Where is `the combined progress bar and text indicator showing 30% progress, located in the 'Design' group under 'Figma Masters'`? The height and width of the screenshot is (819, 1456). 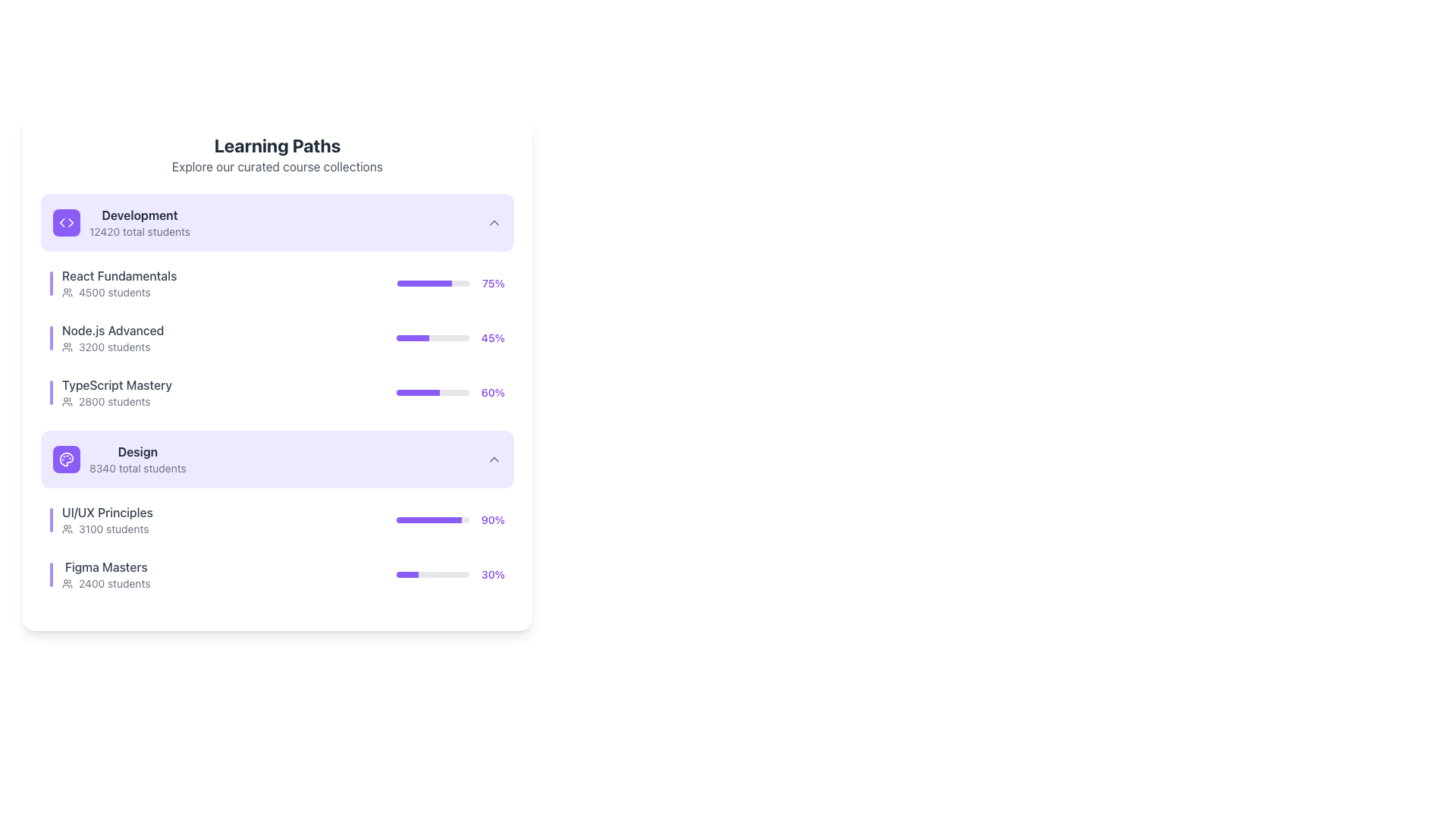 the combined progress bar and text indicator showing 30% progress, located in the 'Design' group under 'Figma Masters' is located at coordinates (450, 575).